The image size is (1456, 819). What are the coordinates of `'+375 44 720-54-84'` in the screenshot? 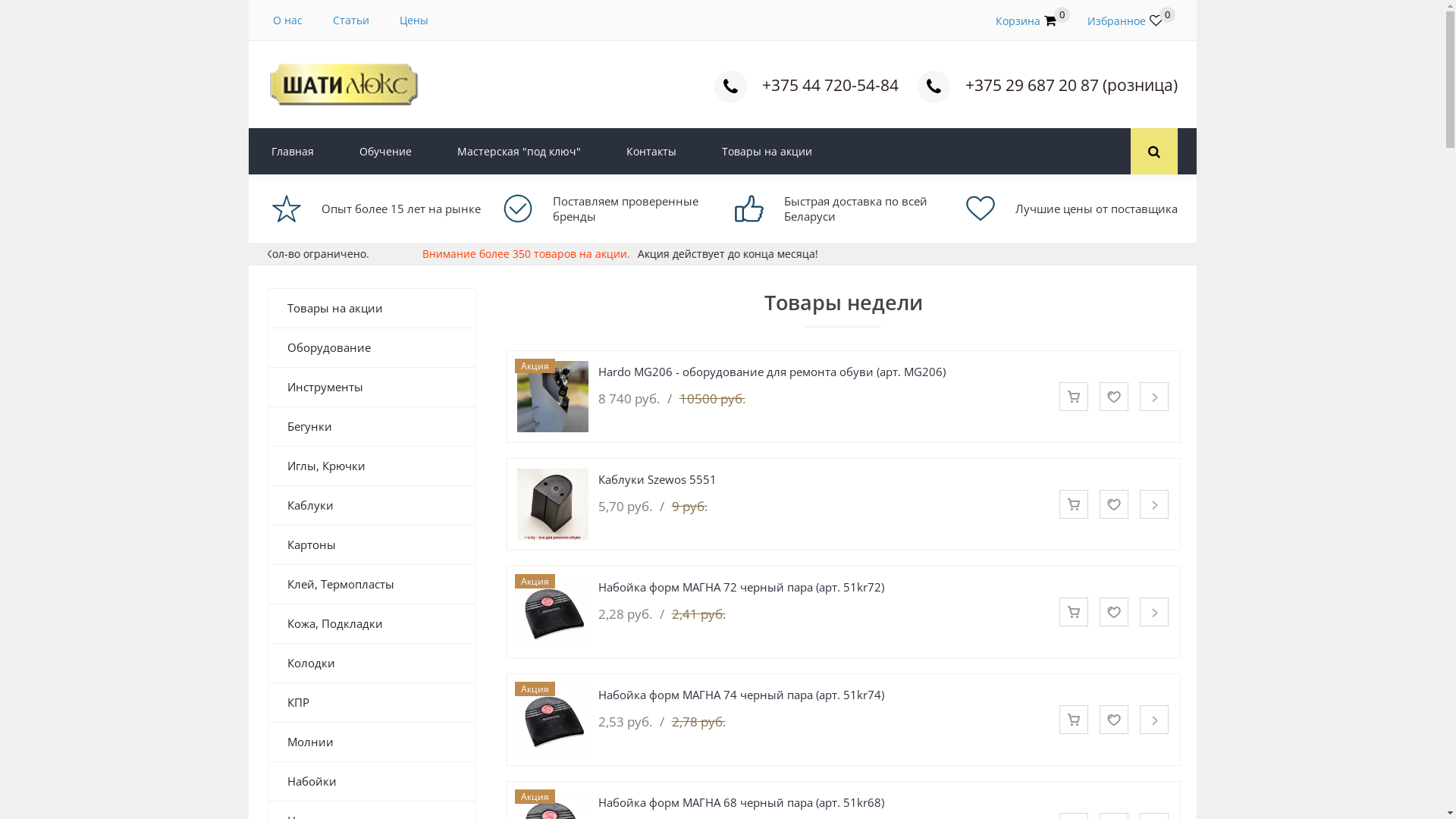 It's located at (829, 84).